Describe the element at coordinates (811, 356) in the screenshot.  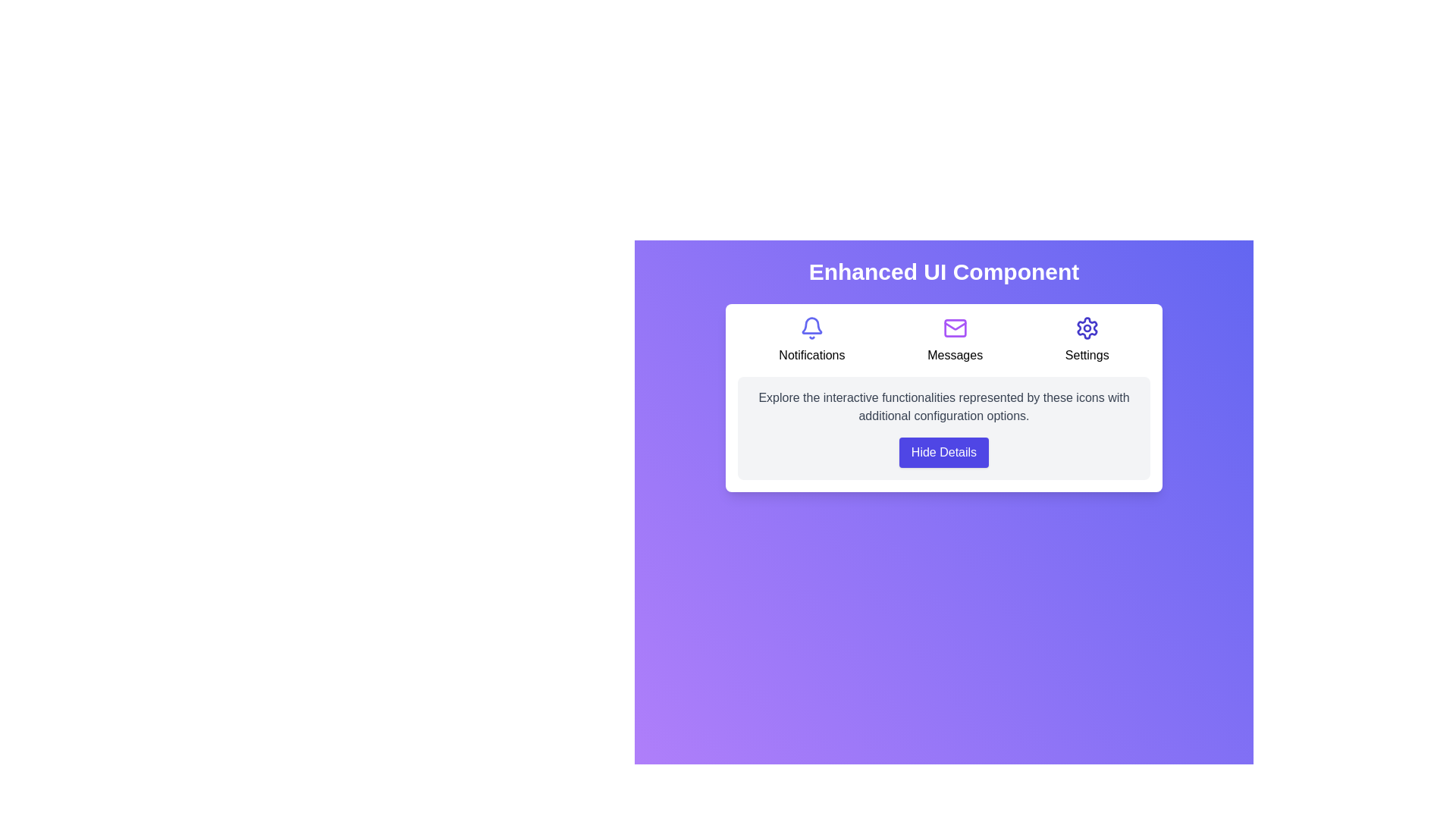
I see `the Text Label indicating the function of the bell icon, which is the first element in a row of three labeled 'Messages' and 'Settings'` at that location.